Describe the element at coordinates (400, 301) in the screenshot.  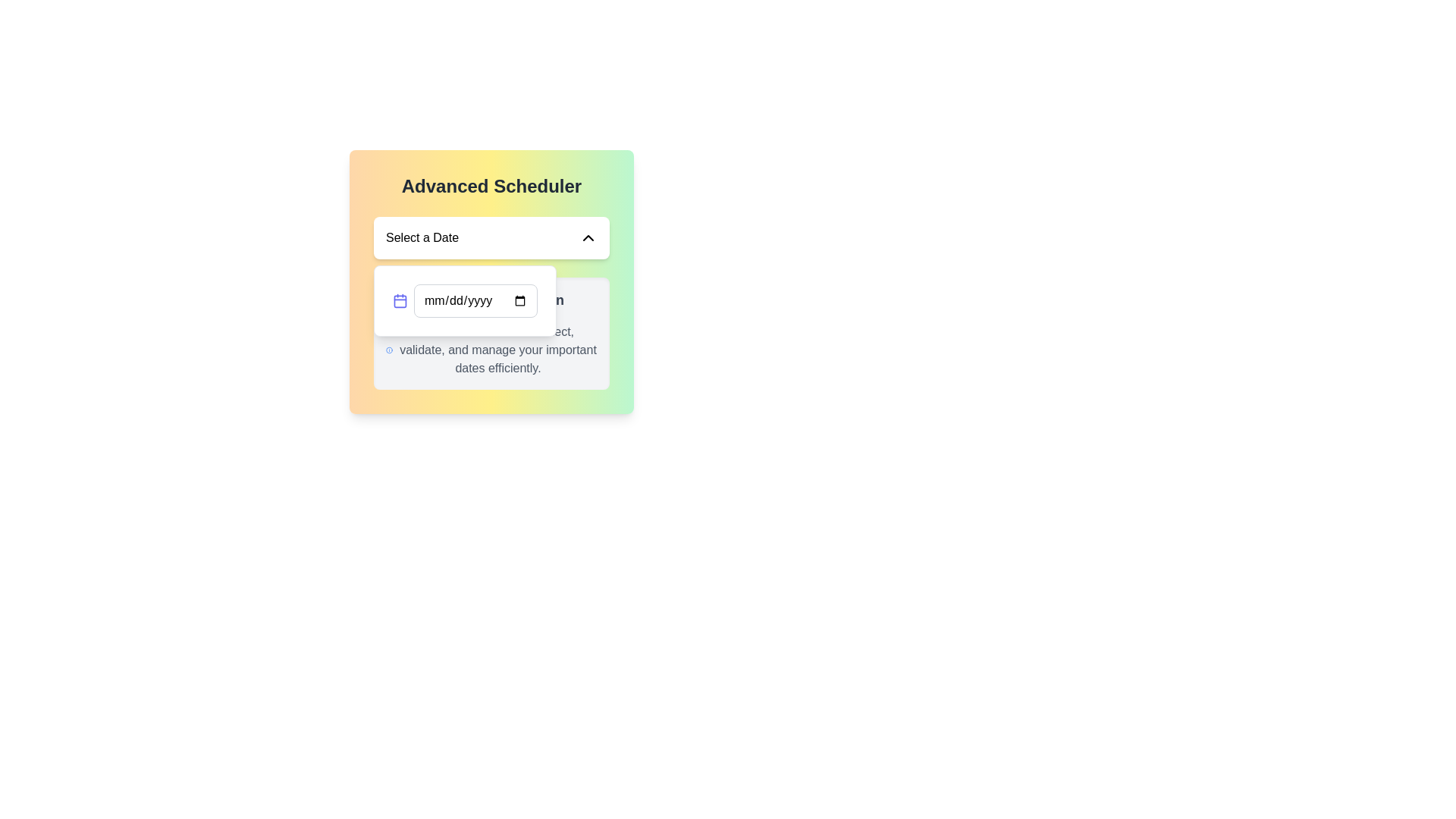
I see `the calendar icon, which is styled with a rectangular border outline and has a central date display, located on the left side of the date input field in the date selection widget` at that location.